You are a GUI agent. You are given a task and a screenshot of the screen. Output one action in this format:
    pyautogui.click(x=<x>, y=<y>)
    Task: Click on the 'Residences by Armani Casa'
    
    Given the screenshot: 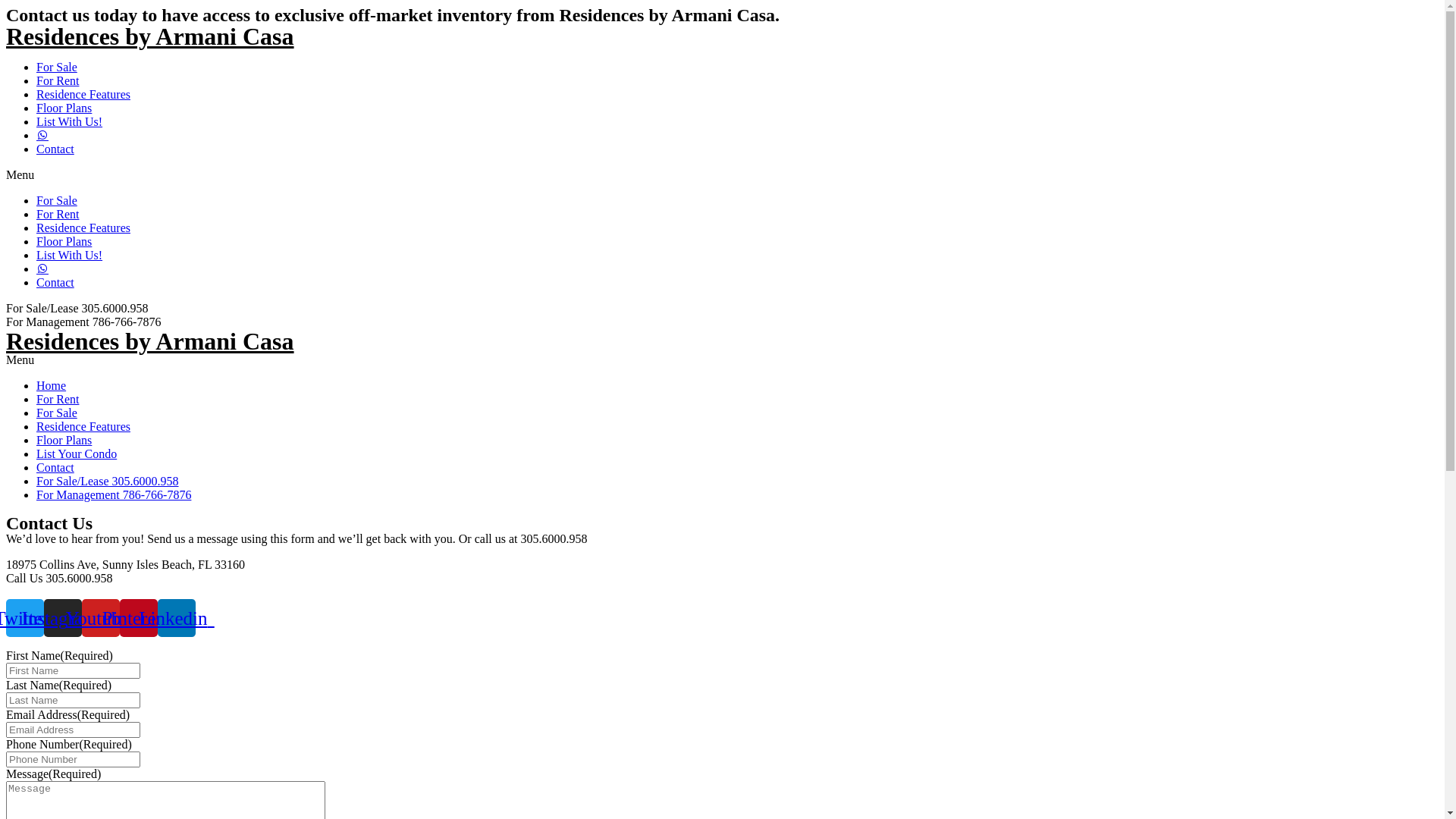 What is the action you would take?
    pyautogui.click(x=149, y=341)
    